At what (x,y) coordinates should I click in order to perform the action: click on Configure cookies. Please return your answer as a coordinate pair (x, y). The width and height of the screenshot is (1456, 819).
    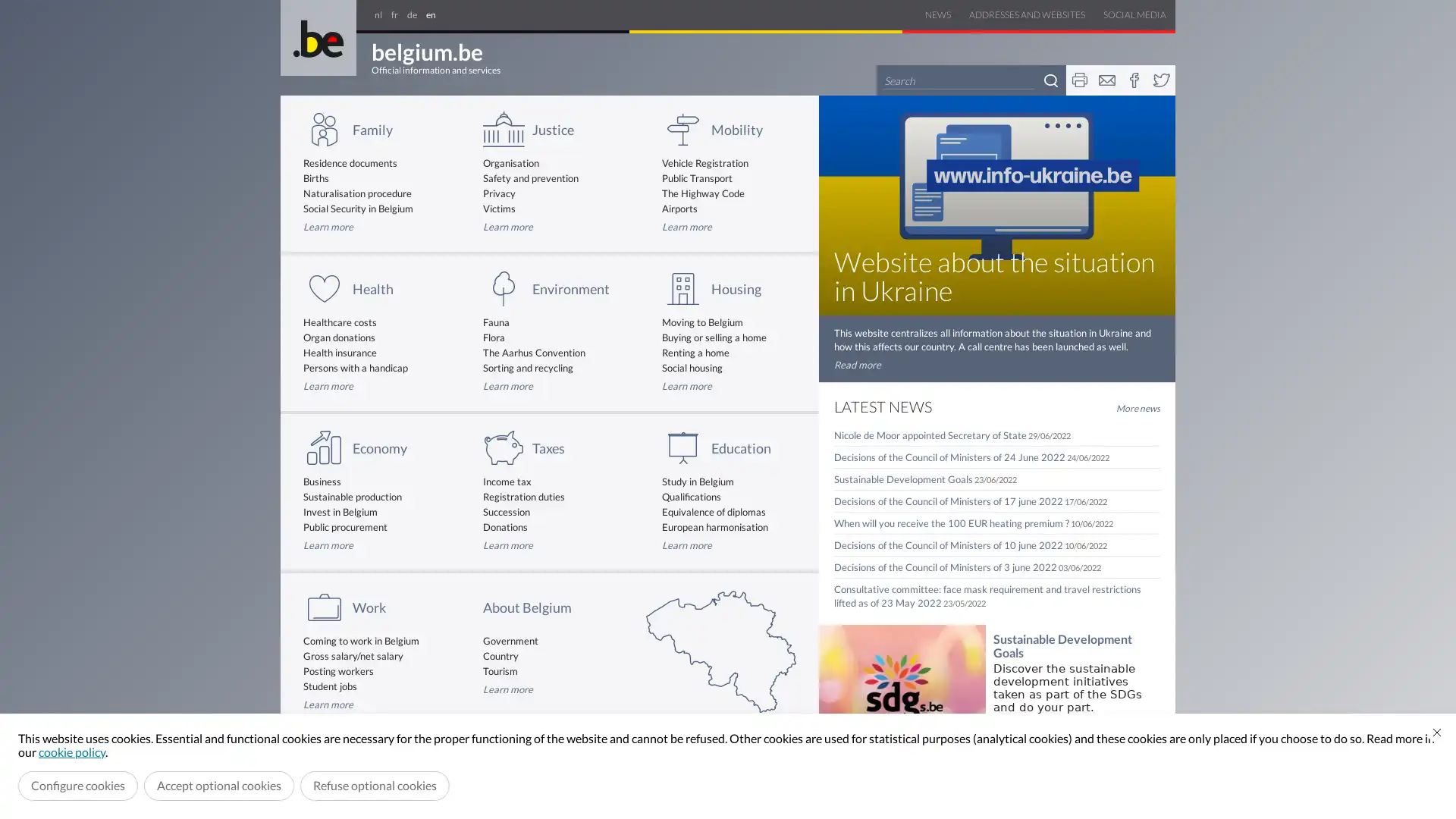
    Looking at the image, I should click on (77, 785).